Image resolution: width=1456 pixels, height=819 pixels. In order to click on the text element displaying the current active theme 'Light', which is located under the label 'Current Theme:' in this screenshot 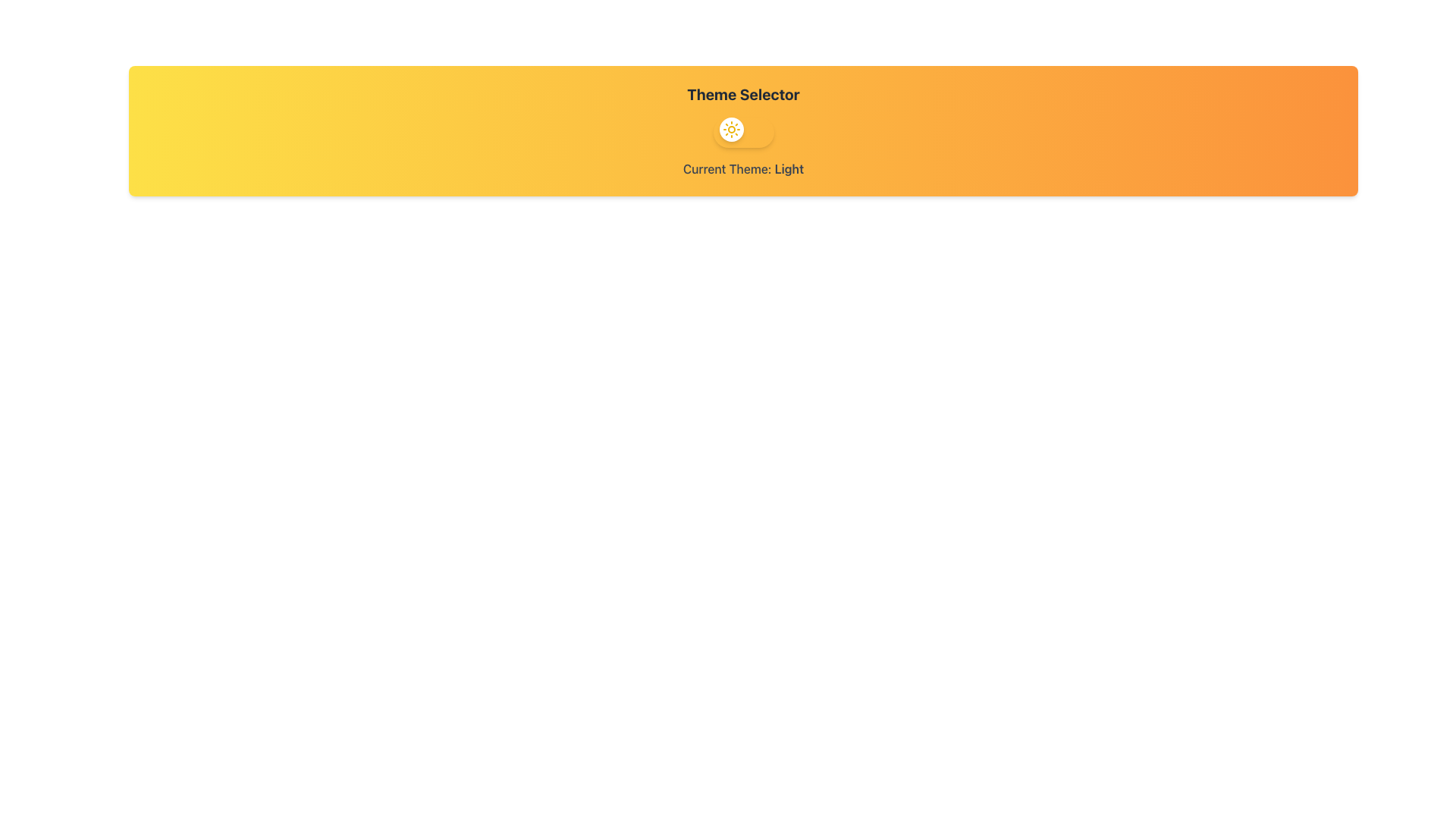, I will do `click(789, 169)`.